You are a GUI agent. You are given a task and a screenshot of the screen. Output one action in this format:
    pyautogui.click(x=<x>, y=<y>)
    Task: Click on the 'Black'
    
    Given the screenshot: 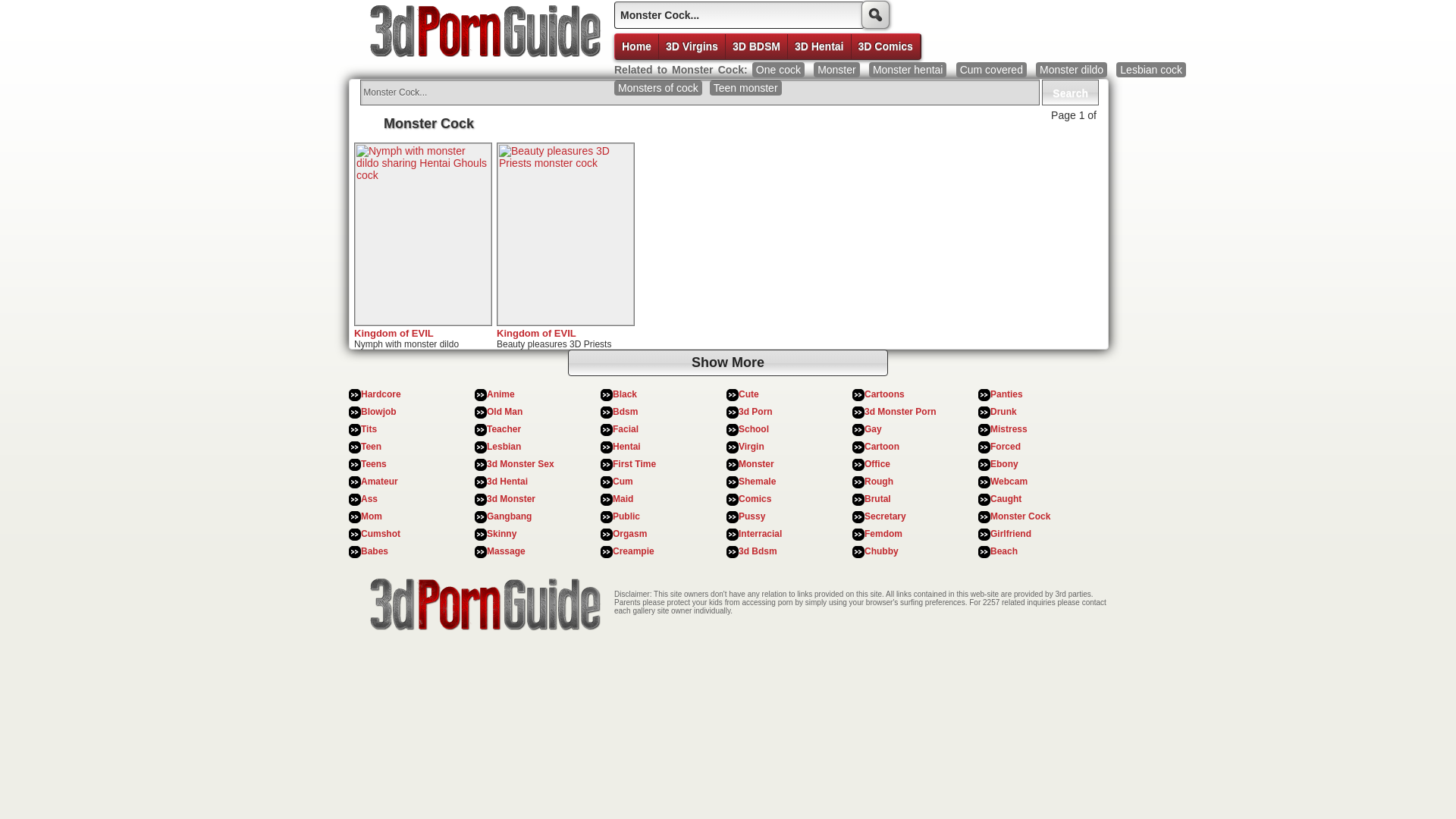 What is the action you would take?
    pyautogui.click(x=625, y=394)
    